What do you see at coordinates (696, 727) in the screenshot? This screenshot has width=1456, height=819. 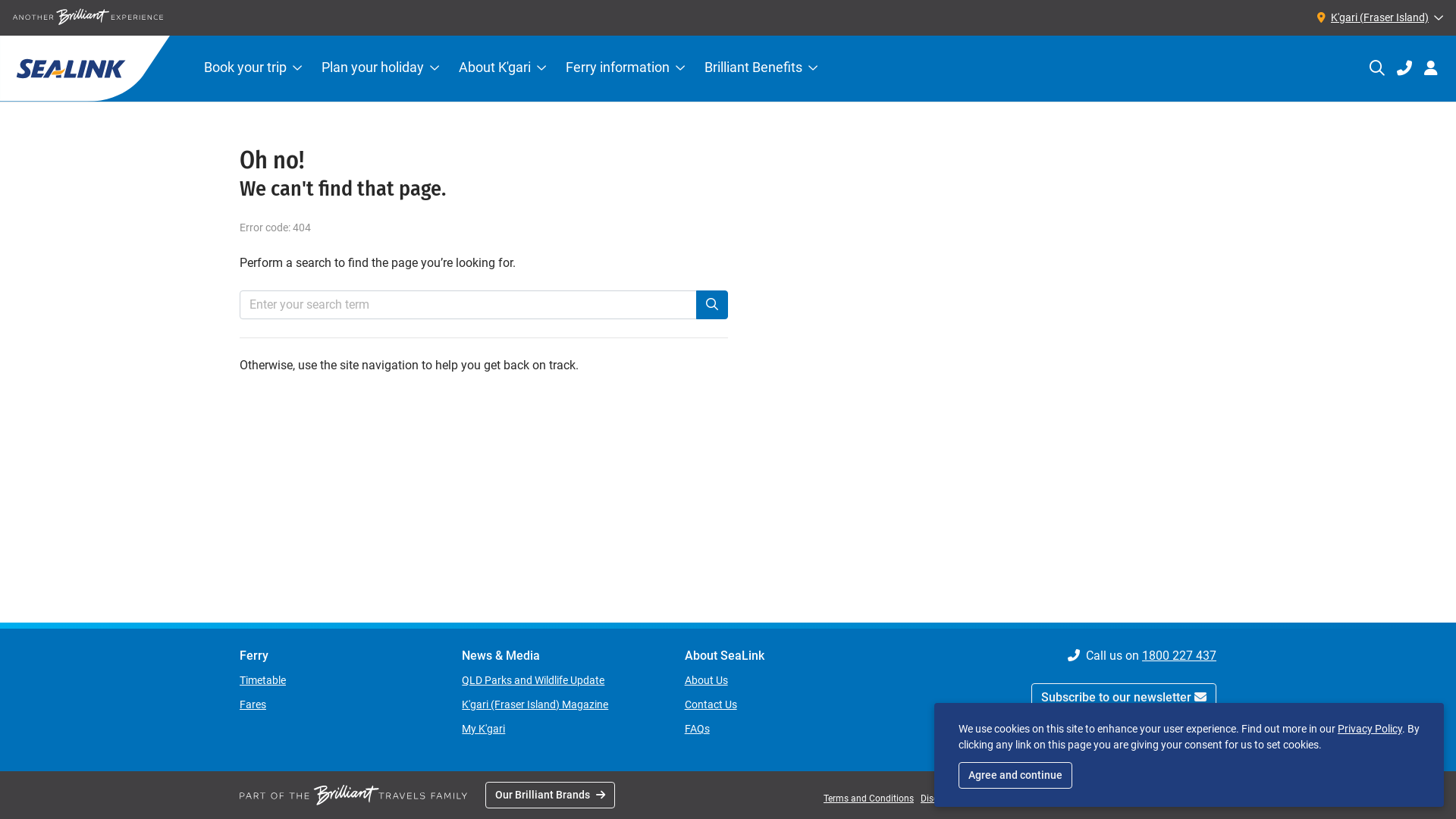 I see `'FAQs'` at bounding box center [696, 727].